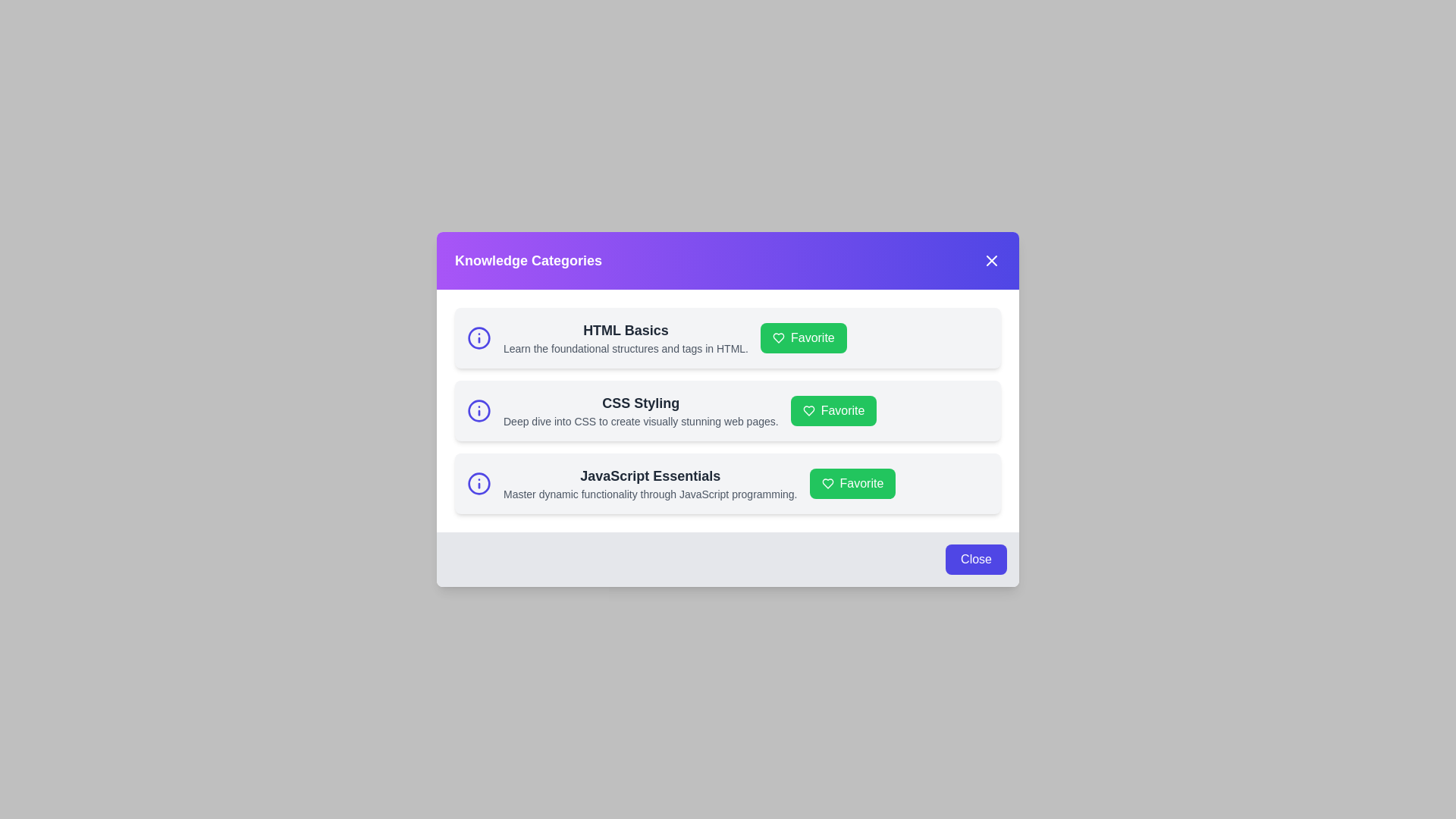  What do you see at coordinates (650, 483) in the screenshot?
I see `text block that provides information about 'JavaScript Essentials', which is located below the 'CSS Styling' element and above the 'Favorite' button in a centered modal window` at bounding box center [650, 483].